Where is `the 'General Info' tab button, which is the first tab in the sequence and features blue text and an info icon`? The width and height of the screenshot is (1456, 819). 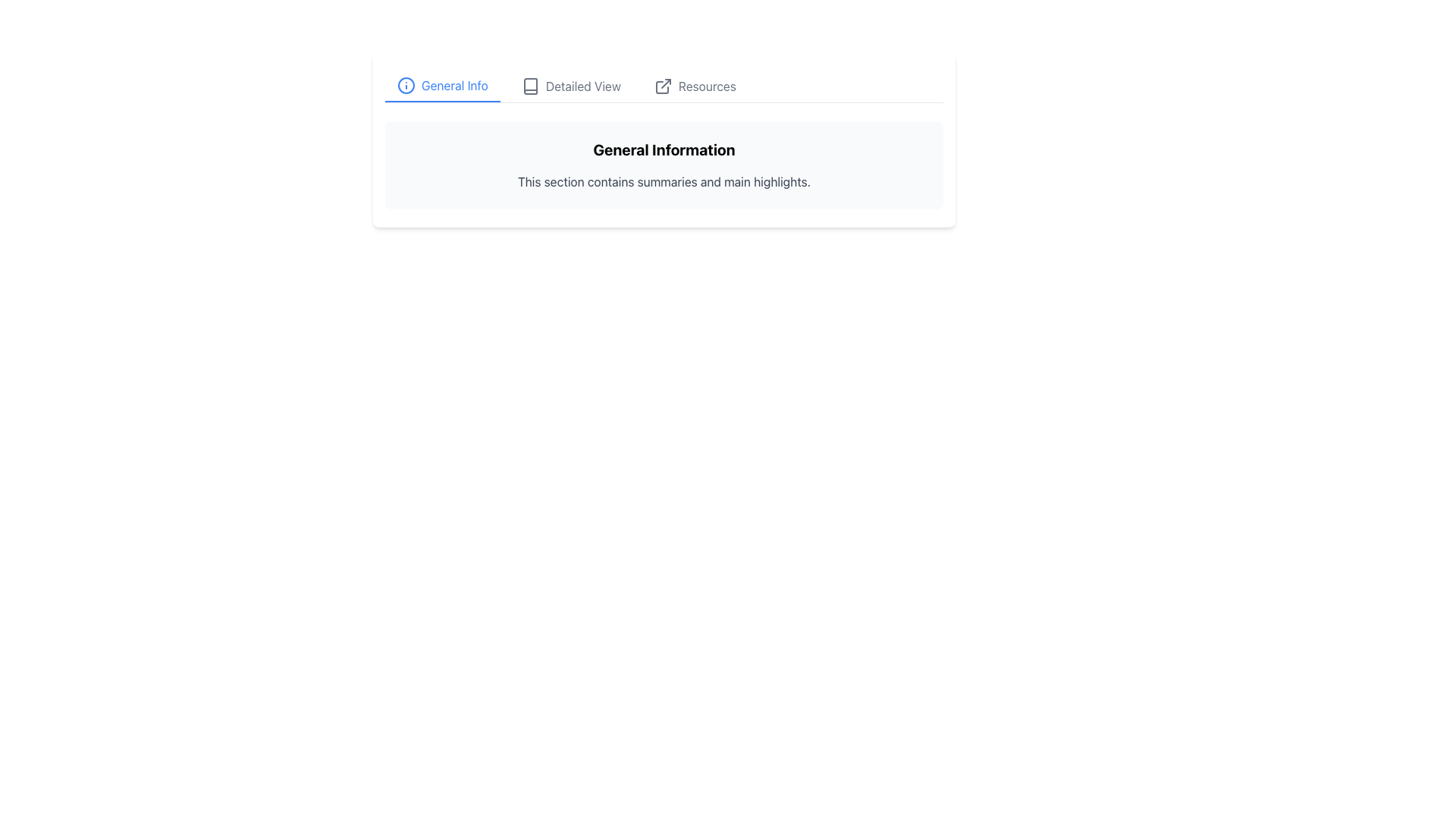
the 'General Info' tab button, which is the first tab in the sequence and features blue text and an info icon is located at coordinates (441, 86).